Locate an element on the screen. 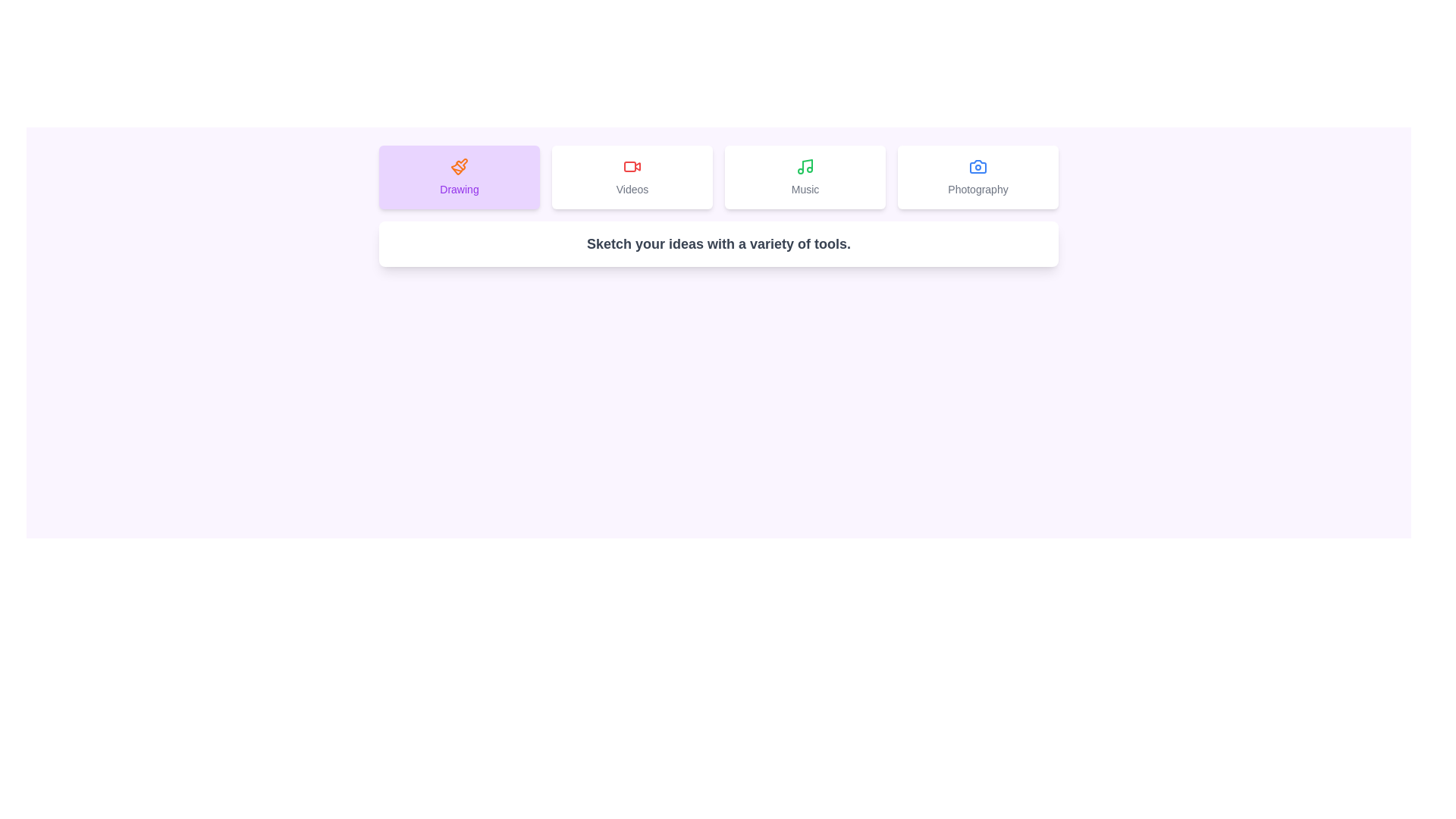 This screenshot has width=1456, height=819. the Photography tab to activate it is located at coordinates (978, 177).